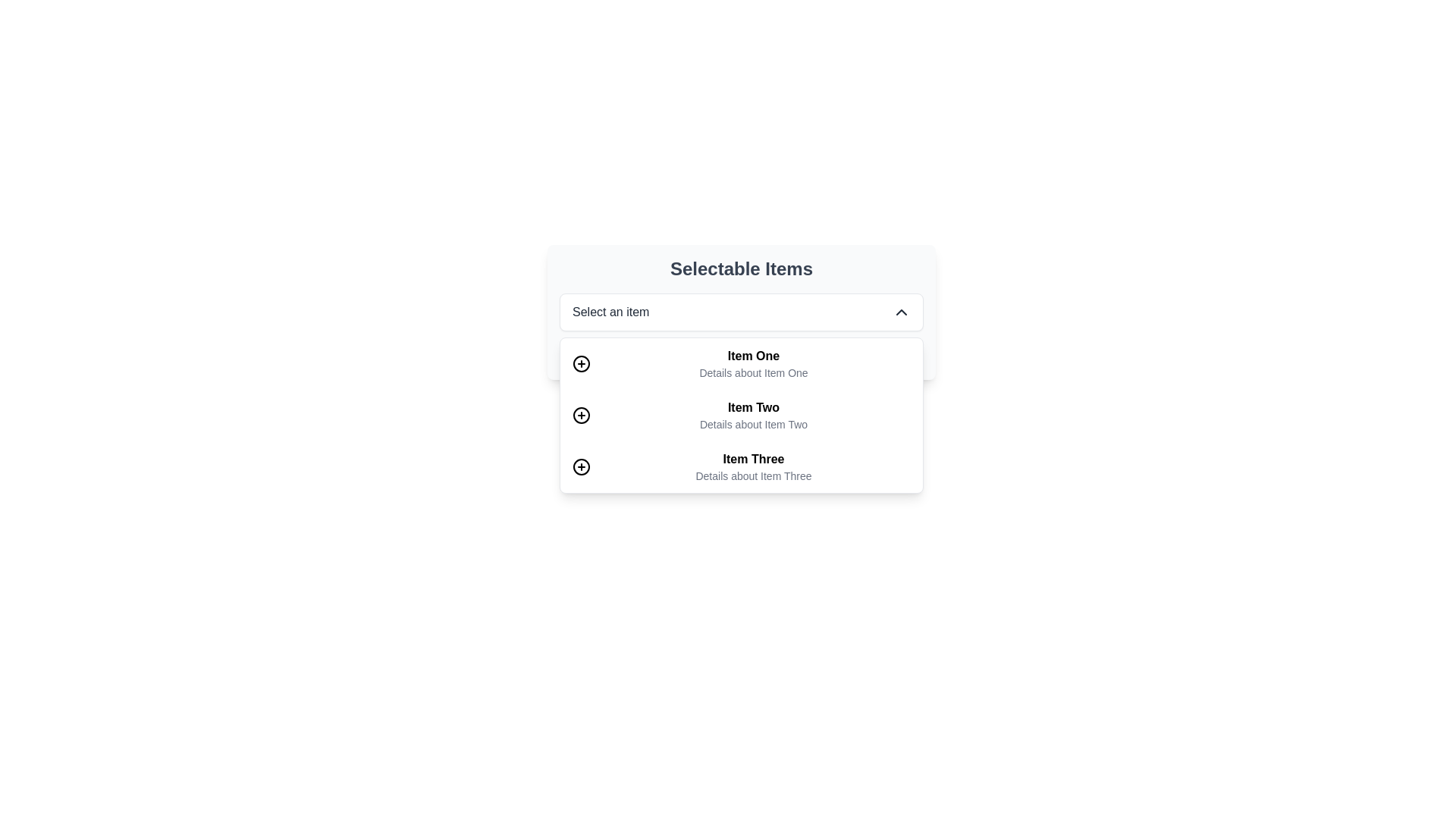 Image resolution: width=1456 pixels, height=819 pixels. Describe the element at coordinates (581, 363) in the screenshot. I see `the icon button located to the left of 'Item One'` at that location.